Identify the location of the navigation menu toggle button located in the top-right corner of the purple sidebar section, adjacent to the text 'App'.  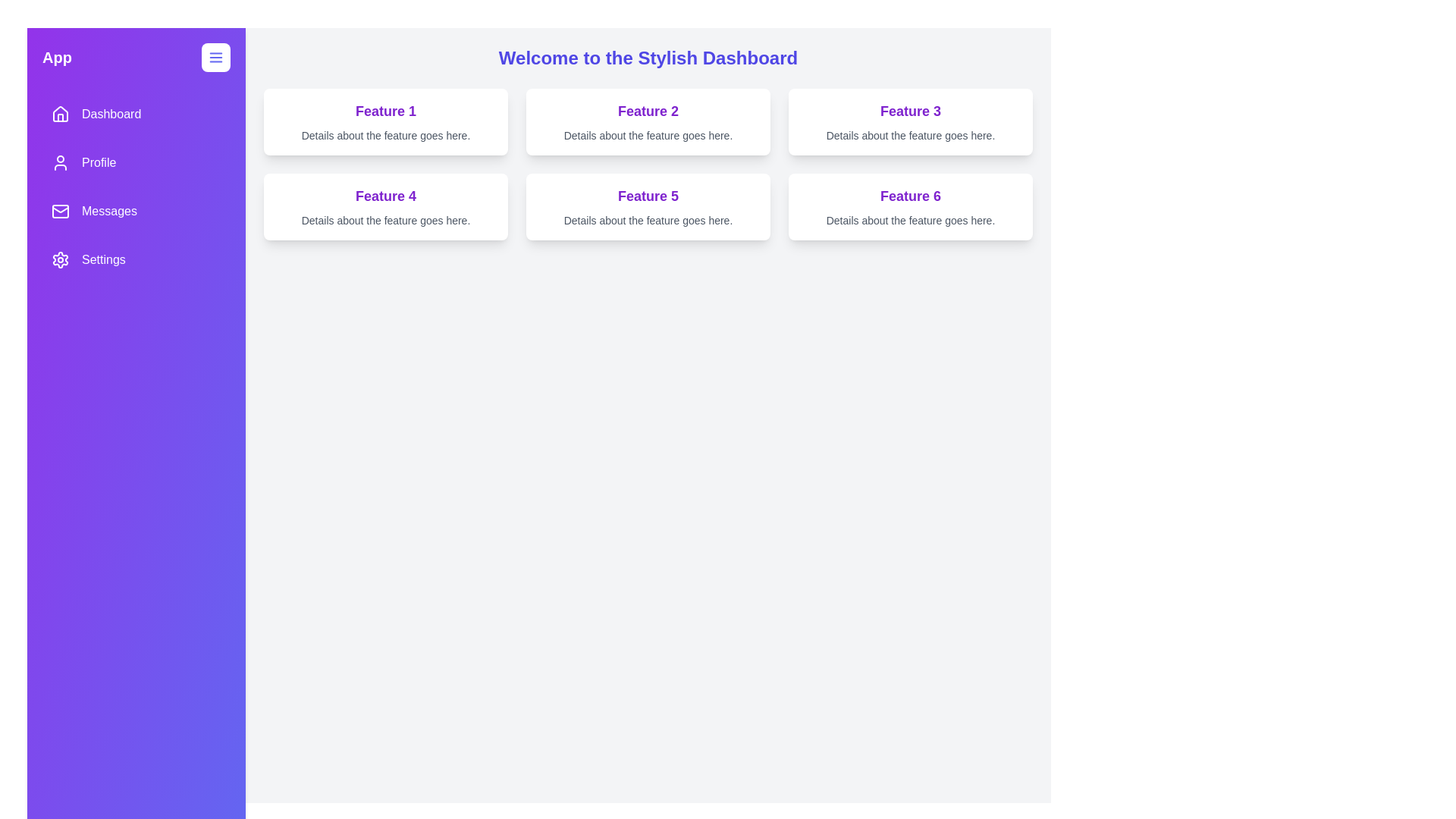
(215, 57).